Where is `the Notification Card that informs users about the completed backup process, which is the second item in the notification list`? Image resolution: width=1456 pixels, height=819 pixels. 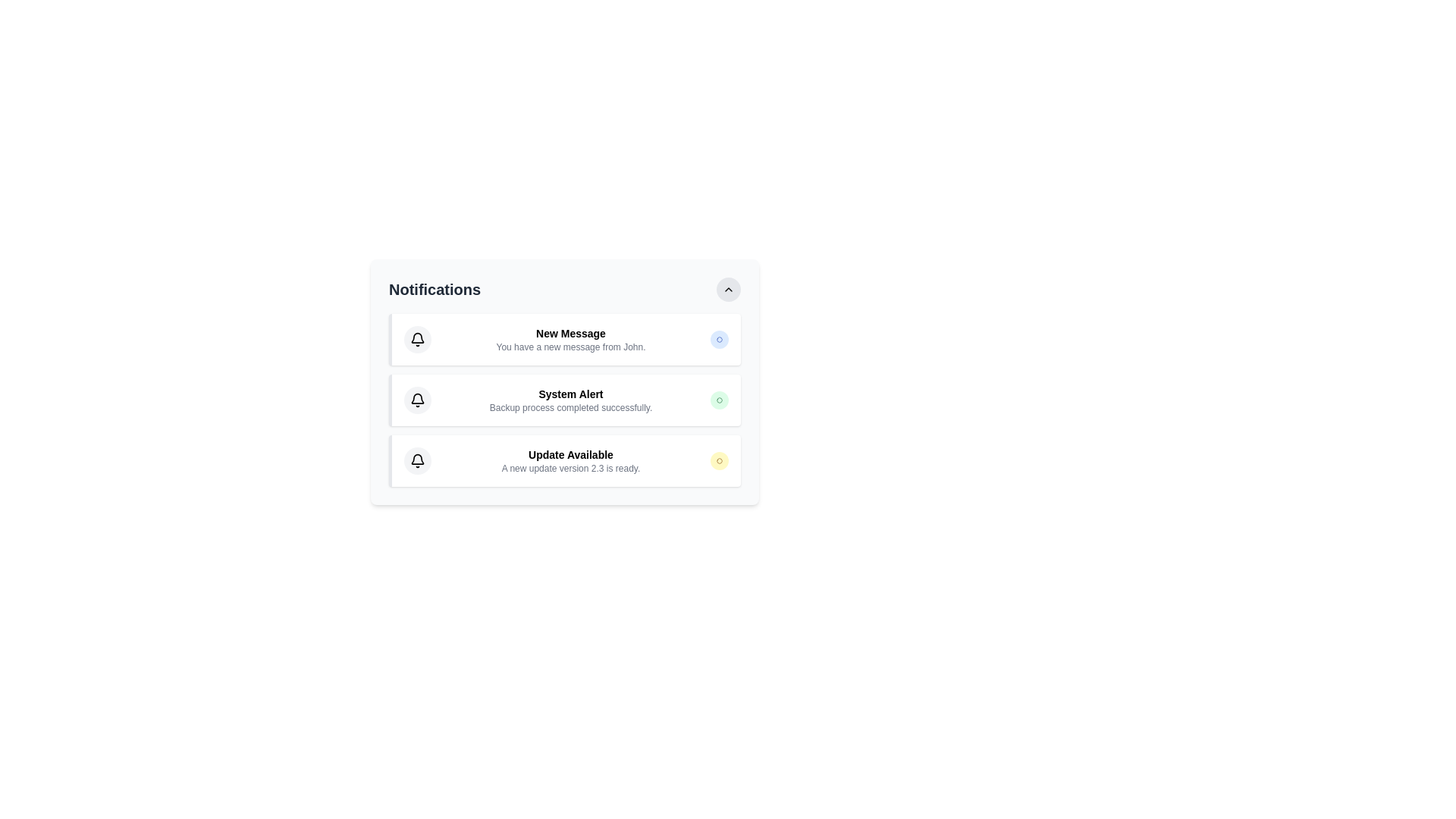 the Notification Card that informs users about the completed backup process, which is the second item in the notification list is located at coordinates (563, 400).